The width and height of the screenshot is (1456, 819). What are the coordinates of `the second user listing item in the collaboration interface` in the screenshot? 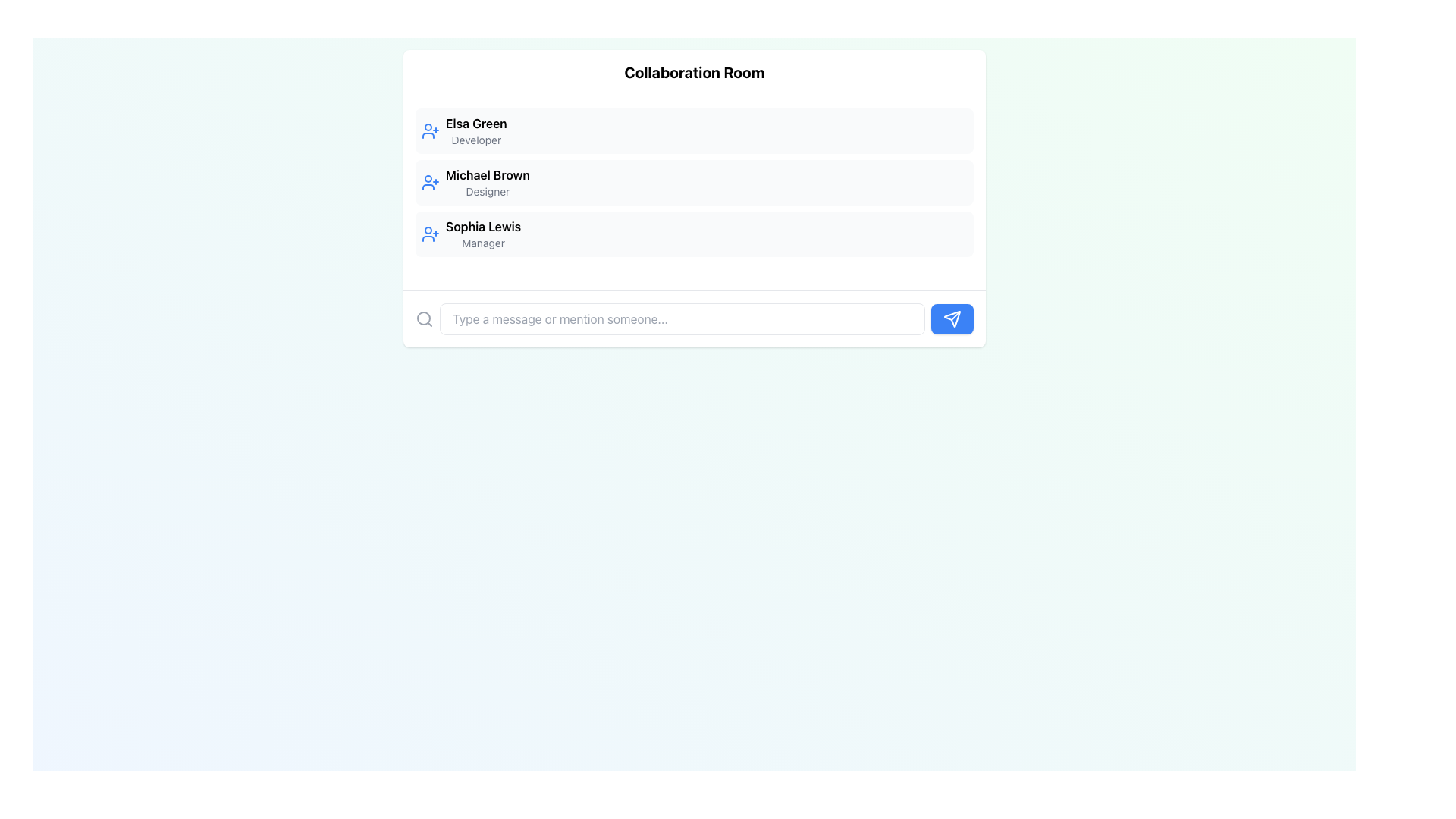 It's located at (694, 181).